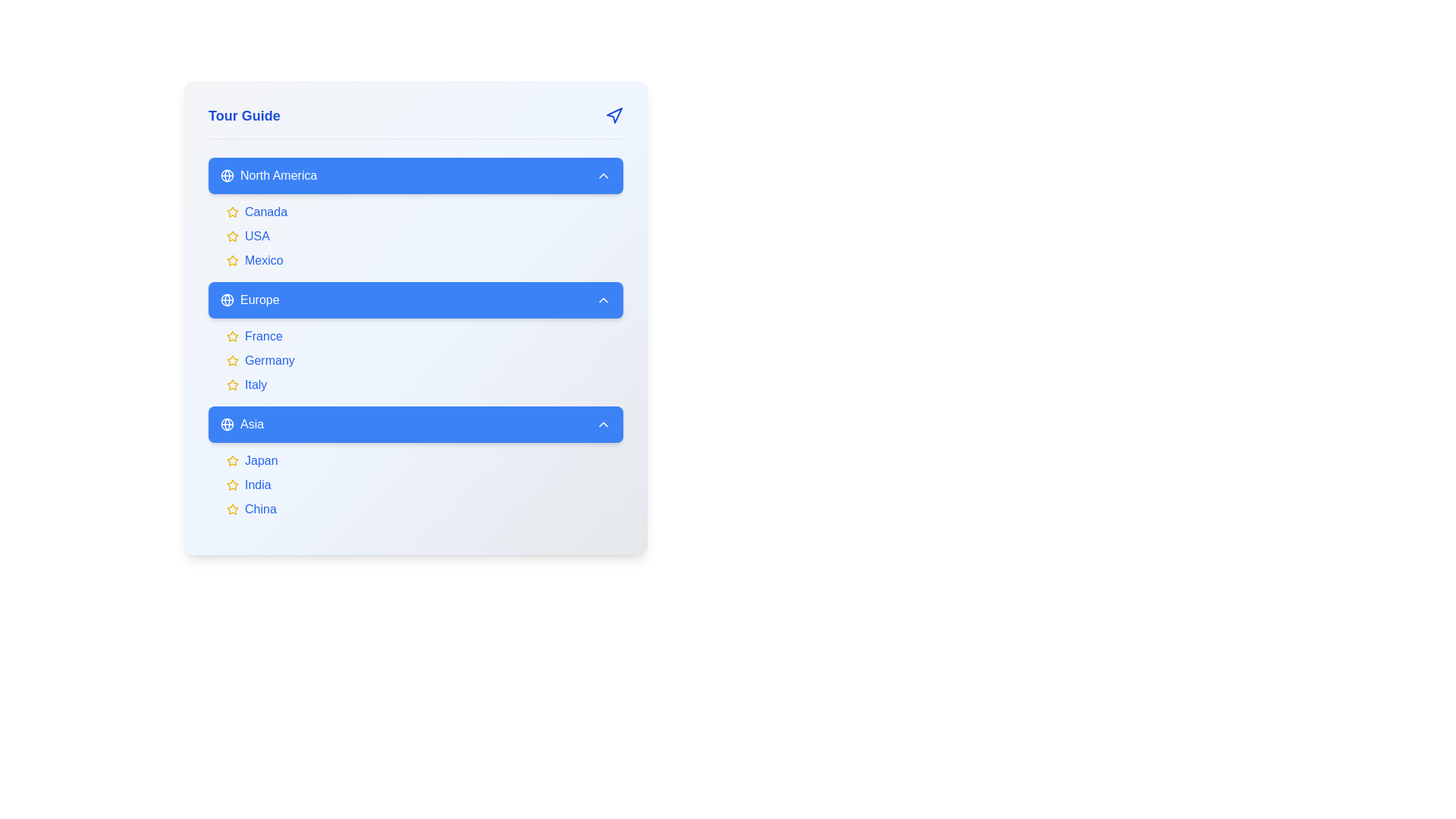  What do you see at coordinates (256, 384) in the screenshot?
I see `the third hyperlink in the 'Europe' section that navigates to the Italy page` at bounding box center [256, 384].